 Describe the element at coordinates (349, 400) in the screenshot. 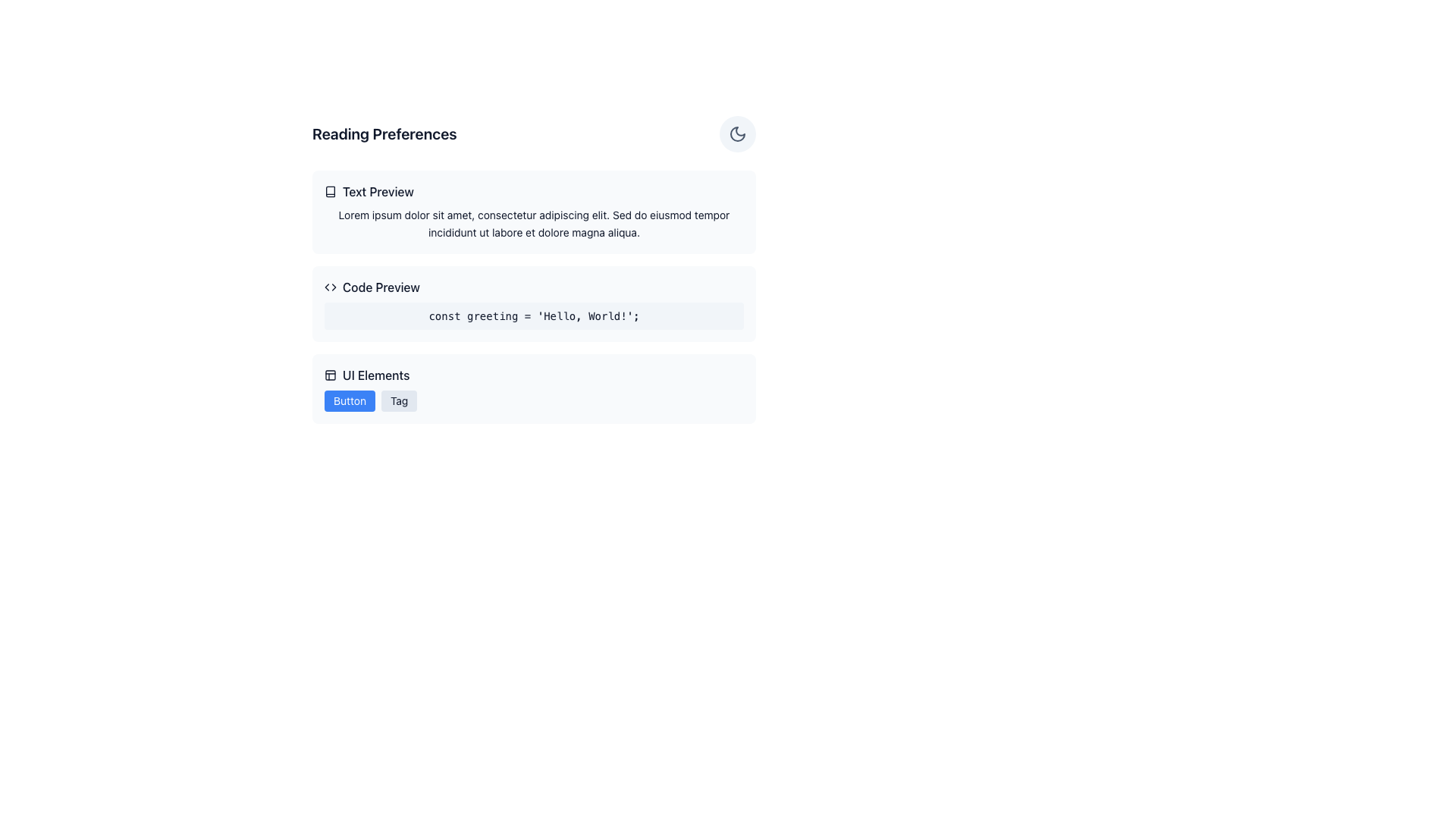

I see `the rectangular button with a blue background and white text reading 'Button' to observe styling changes` at that location.